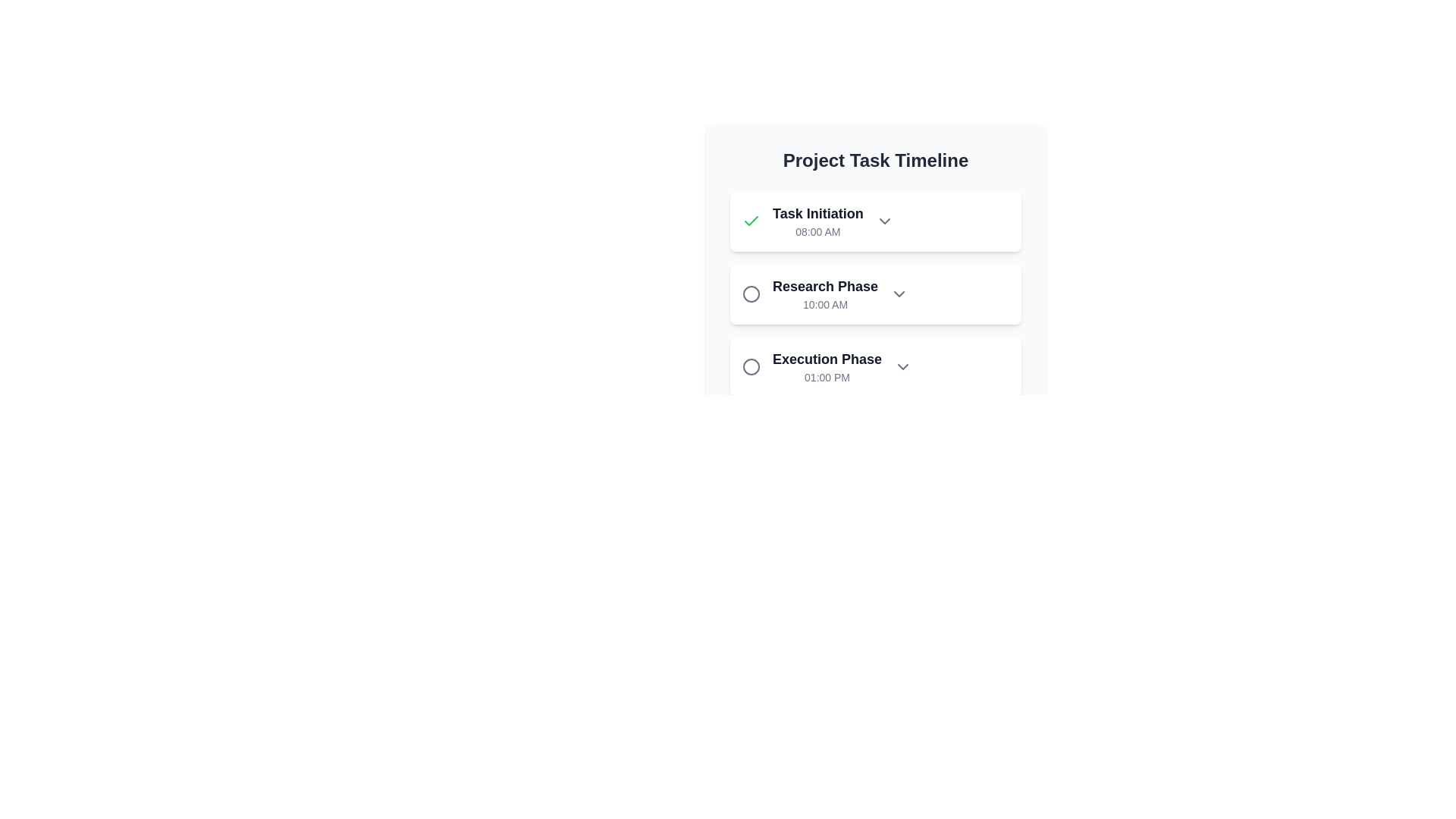  I want to click on the Circle glyph icon located in the 'Research Phase' task entry, so click(751, 294).